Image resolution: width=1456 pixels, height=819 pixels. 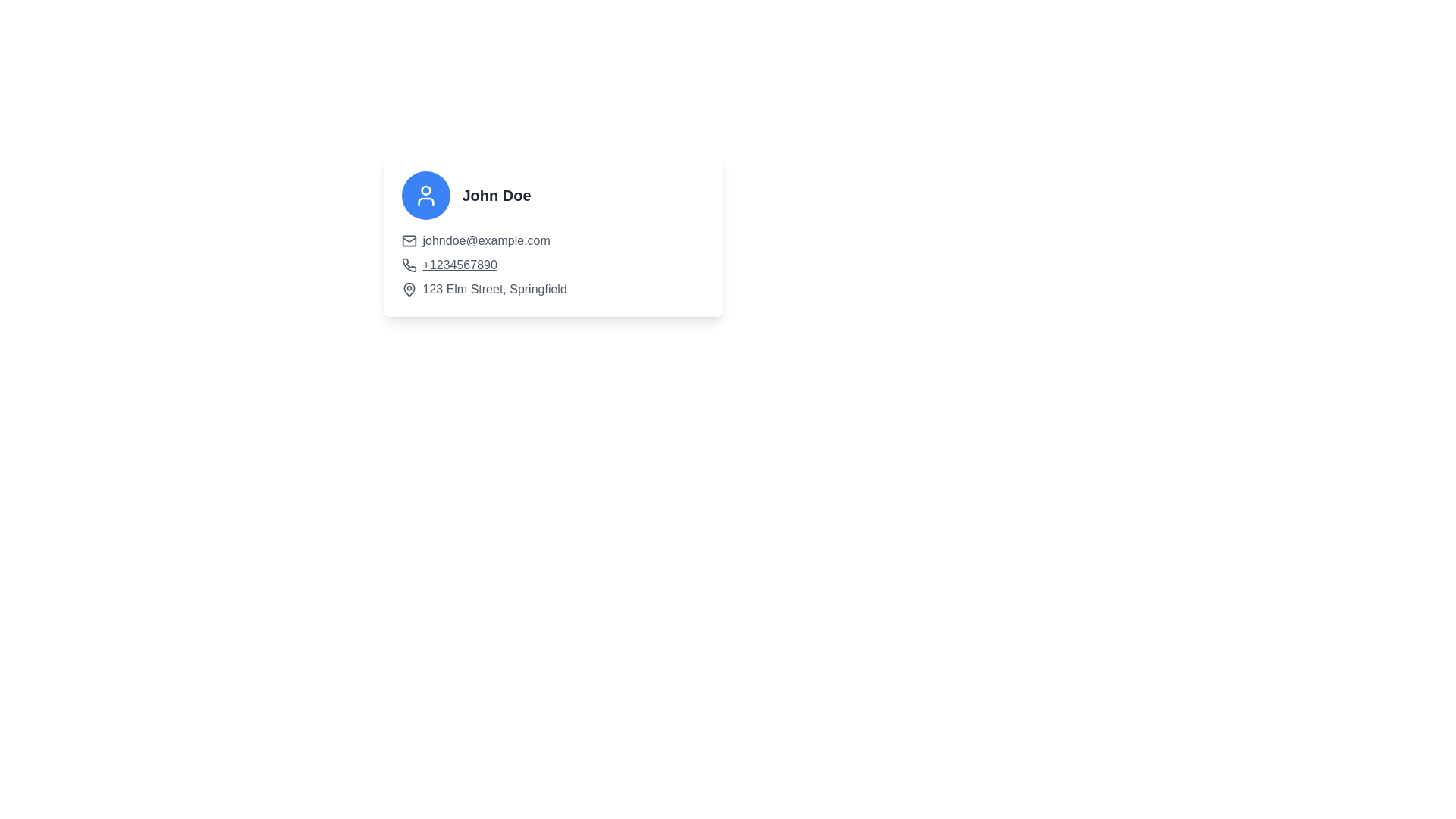 What do you see at coordinates (425, 195) in the screenshot?
I see `the circular blue button with a white user icon located at the top-left corner of the card layout` at bounding box center [425, 195].